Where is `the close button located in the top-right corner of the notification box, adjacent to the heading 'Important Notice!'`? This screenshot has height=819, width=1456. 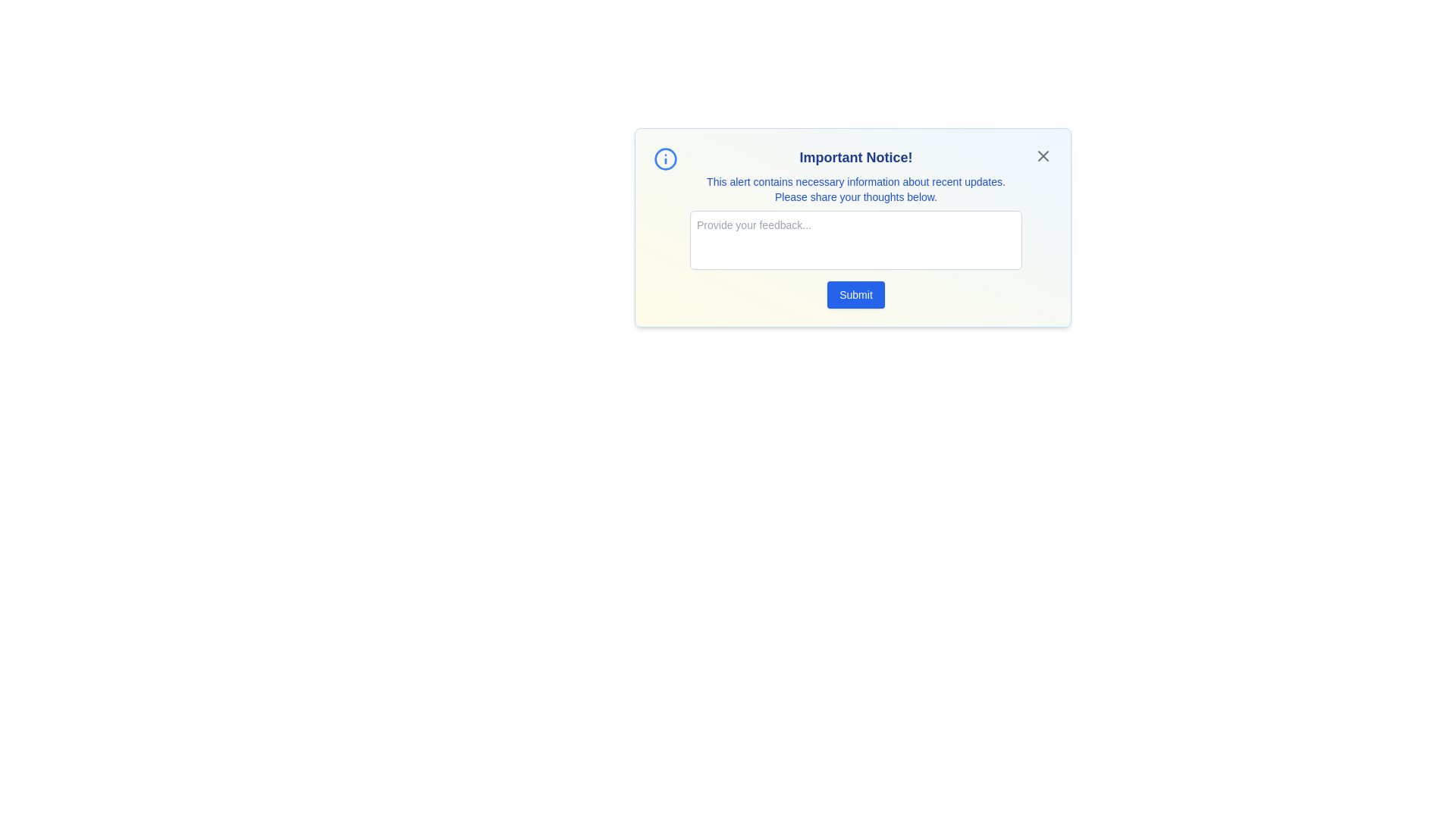
the close button located in the top-right corner of the notification box, adjacent to the heading 'Important Notice!' is located at coordinates (1043, 155).